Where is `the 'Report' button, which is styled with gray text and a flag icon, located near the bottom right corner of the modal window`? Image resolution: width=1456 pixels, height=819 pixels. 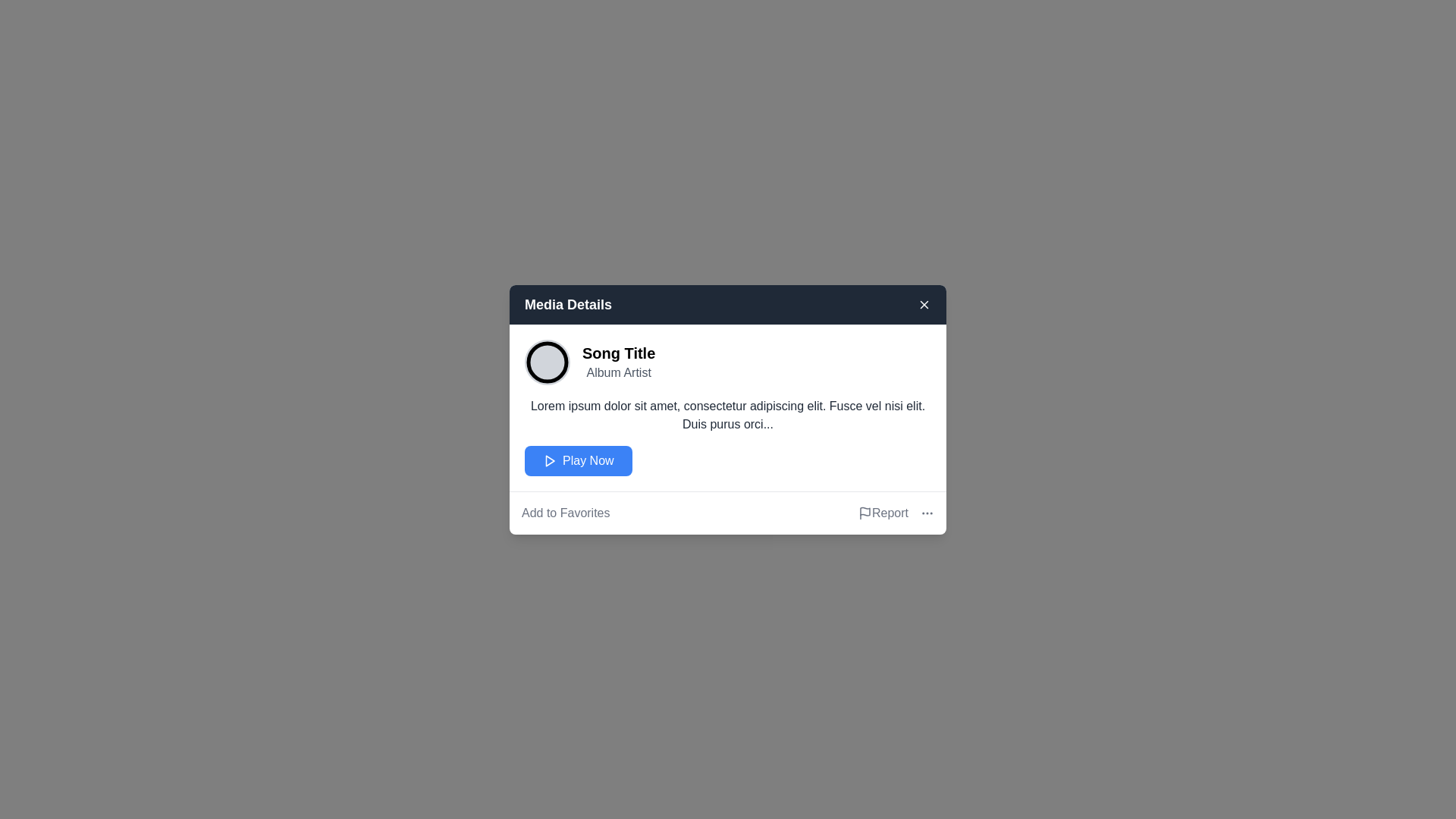 the 'Report' button, which is styled with gray text and a flag icon, located near the bottom right corner of the modal window is located at coordinates (883, 512).